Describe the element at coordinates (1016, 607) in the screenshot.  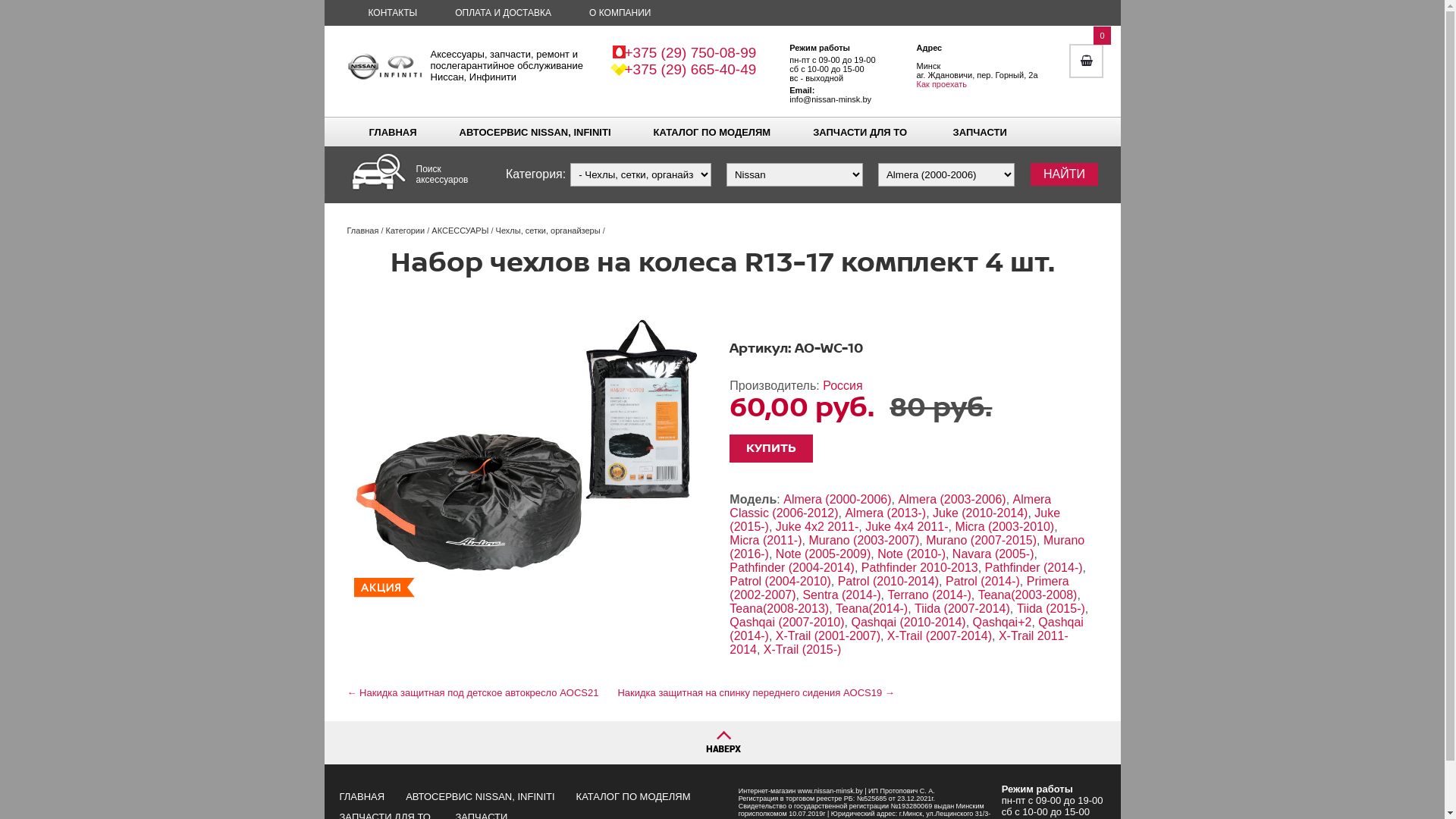
I see `'Tiida (2015-)'` at that location.